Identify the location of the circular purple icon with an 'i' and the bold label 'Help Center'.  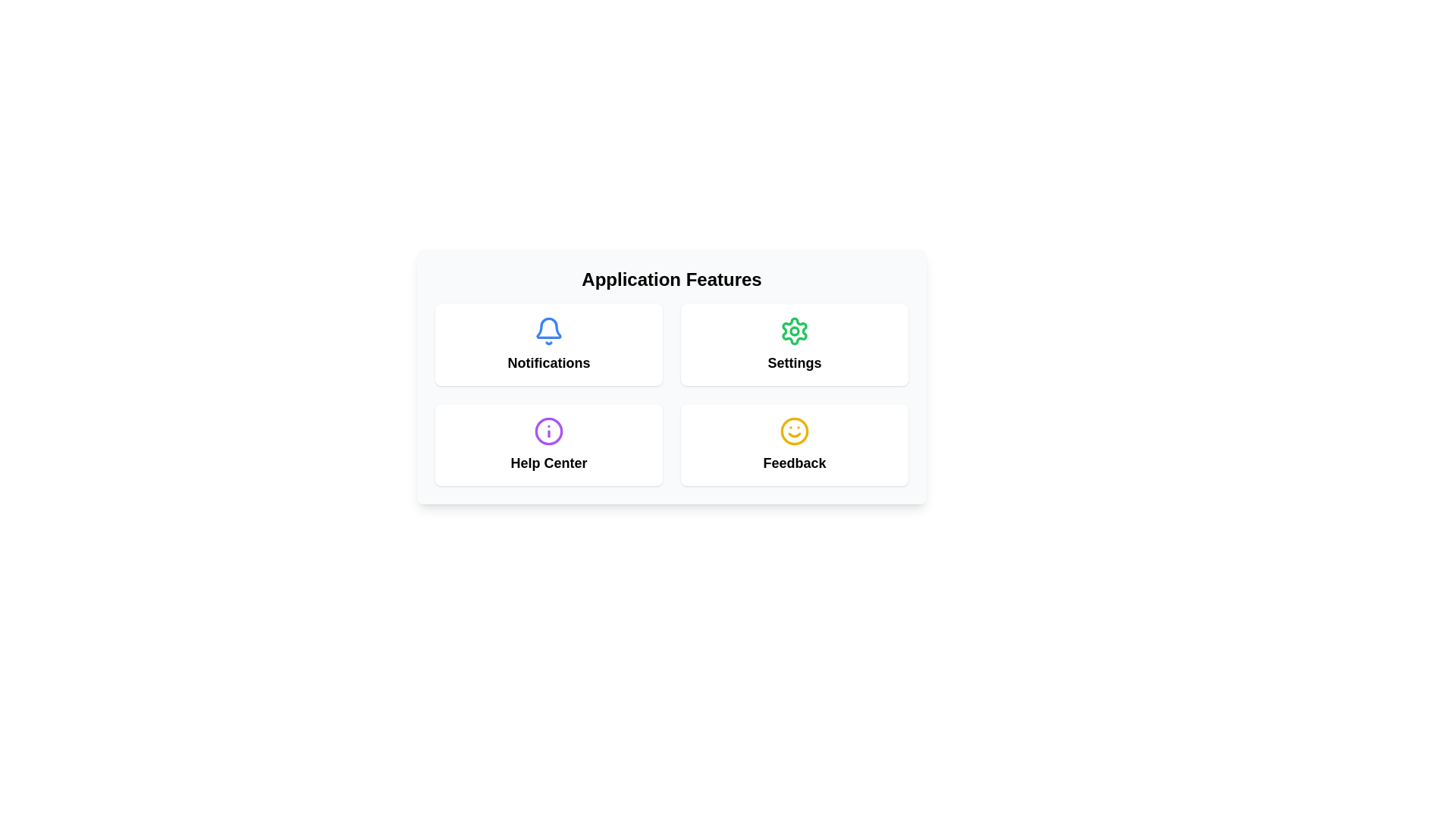
(548, 444).